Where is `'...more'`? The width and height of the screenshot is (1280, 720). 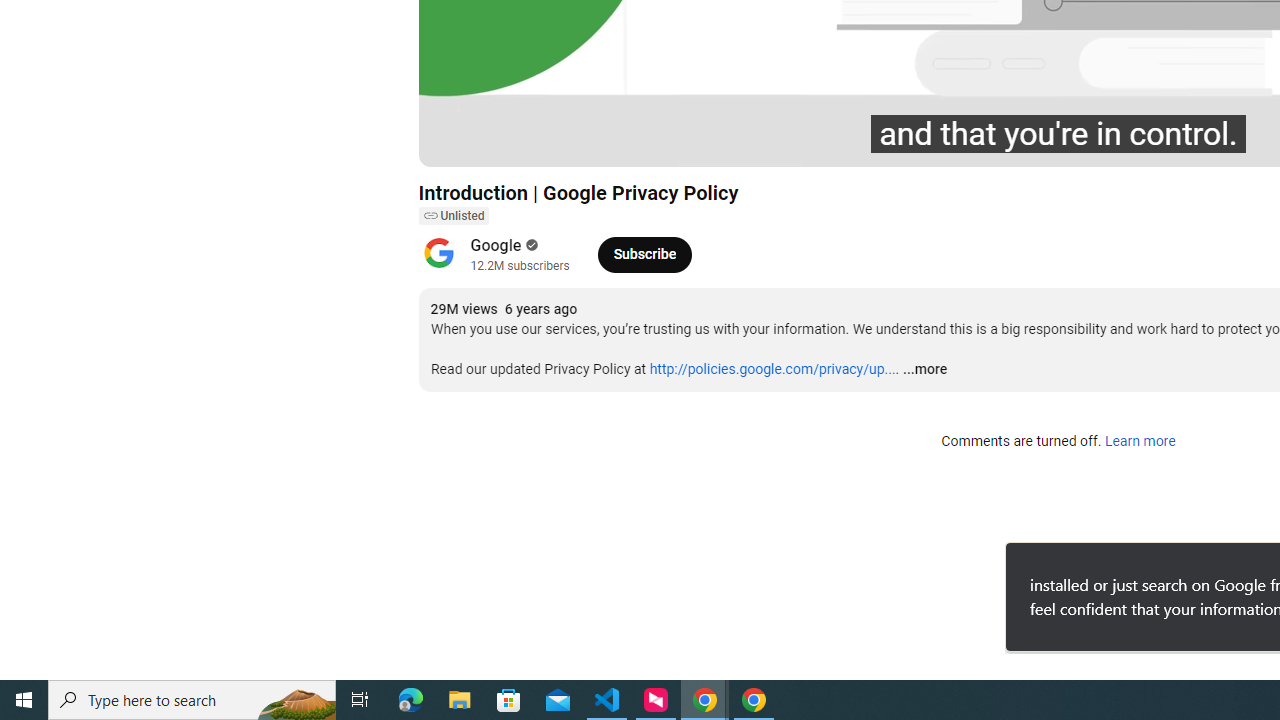 '...more' is located at coordinates (923, 370).